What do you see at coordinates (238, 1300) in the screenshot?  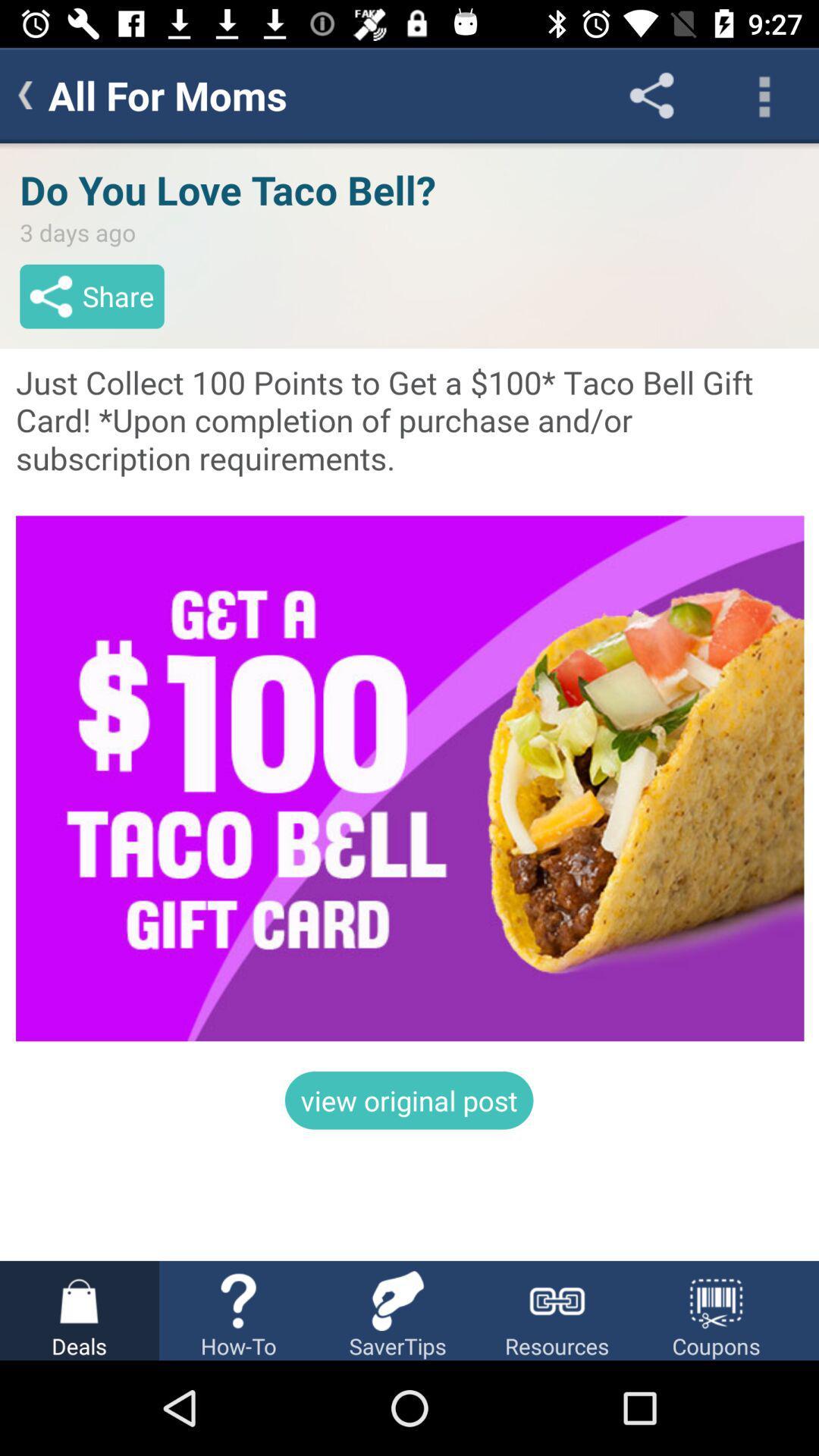 I see `icon which is above howto on a page` at bounding box center [238, 1300].